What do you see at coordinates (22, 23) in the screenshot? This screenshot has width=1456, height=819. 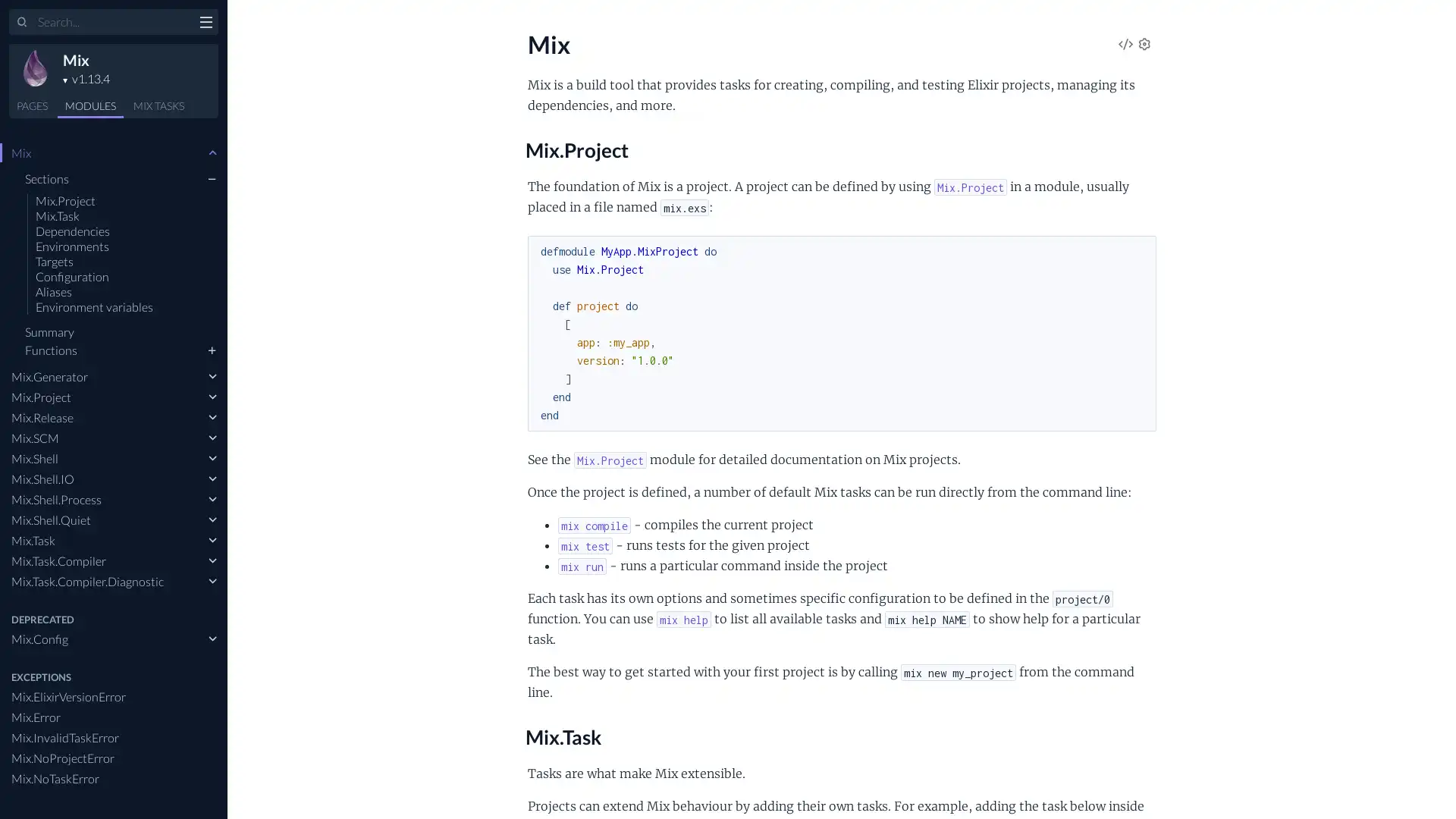 I see `Submit Search` at bounding box center [22, 23].